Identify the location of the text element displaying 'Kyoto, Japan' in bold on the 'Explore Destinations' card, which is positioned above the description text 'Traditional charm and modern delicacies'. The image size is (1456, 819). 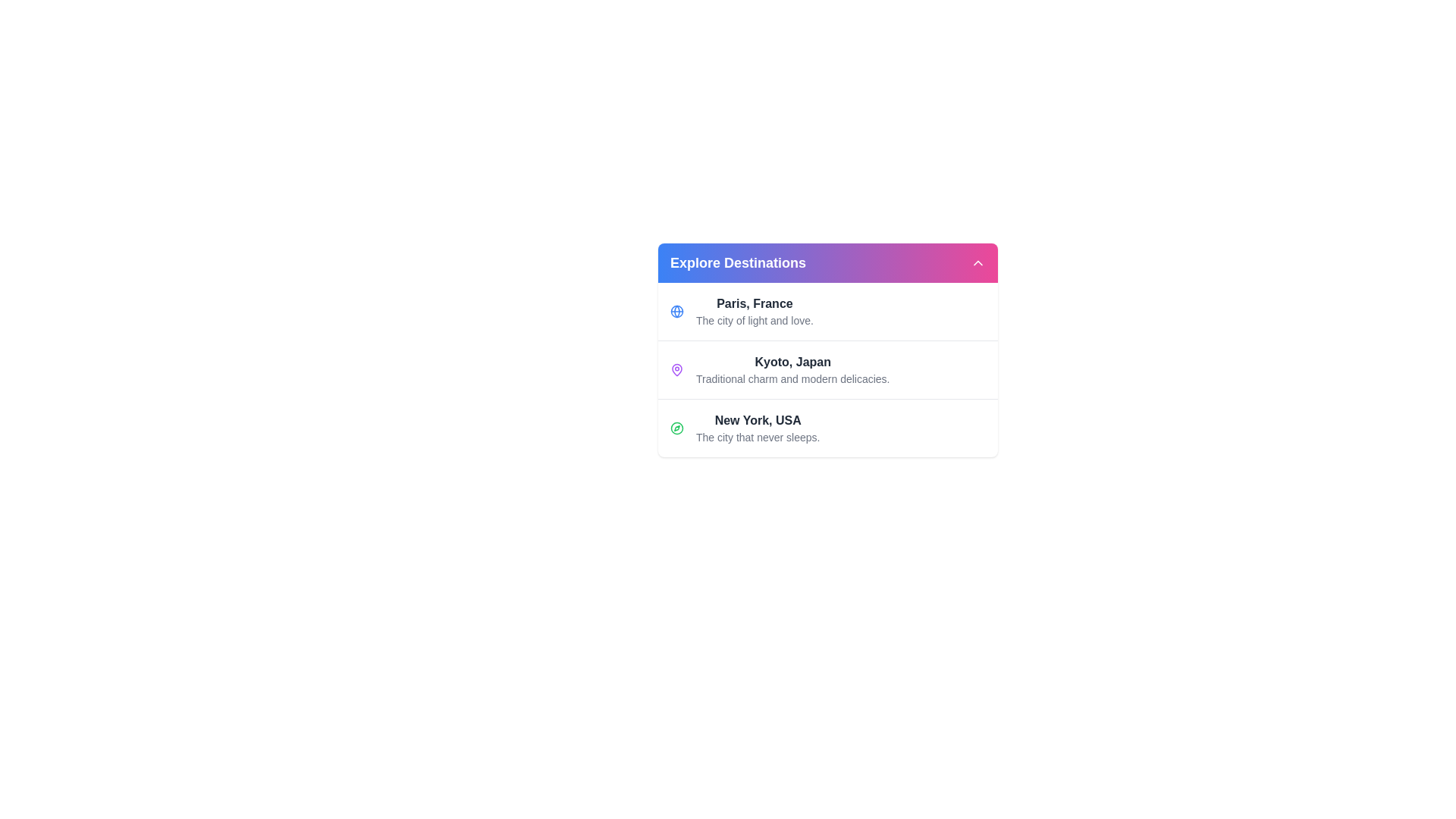
(792, 362).